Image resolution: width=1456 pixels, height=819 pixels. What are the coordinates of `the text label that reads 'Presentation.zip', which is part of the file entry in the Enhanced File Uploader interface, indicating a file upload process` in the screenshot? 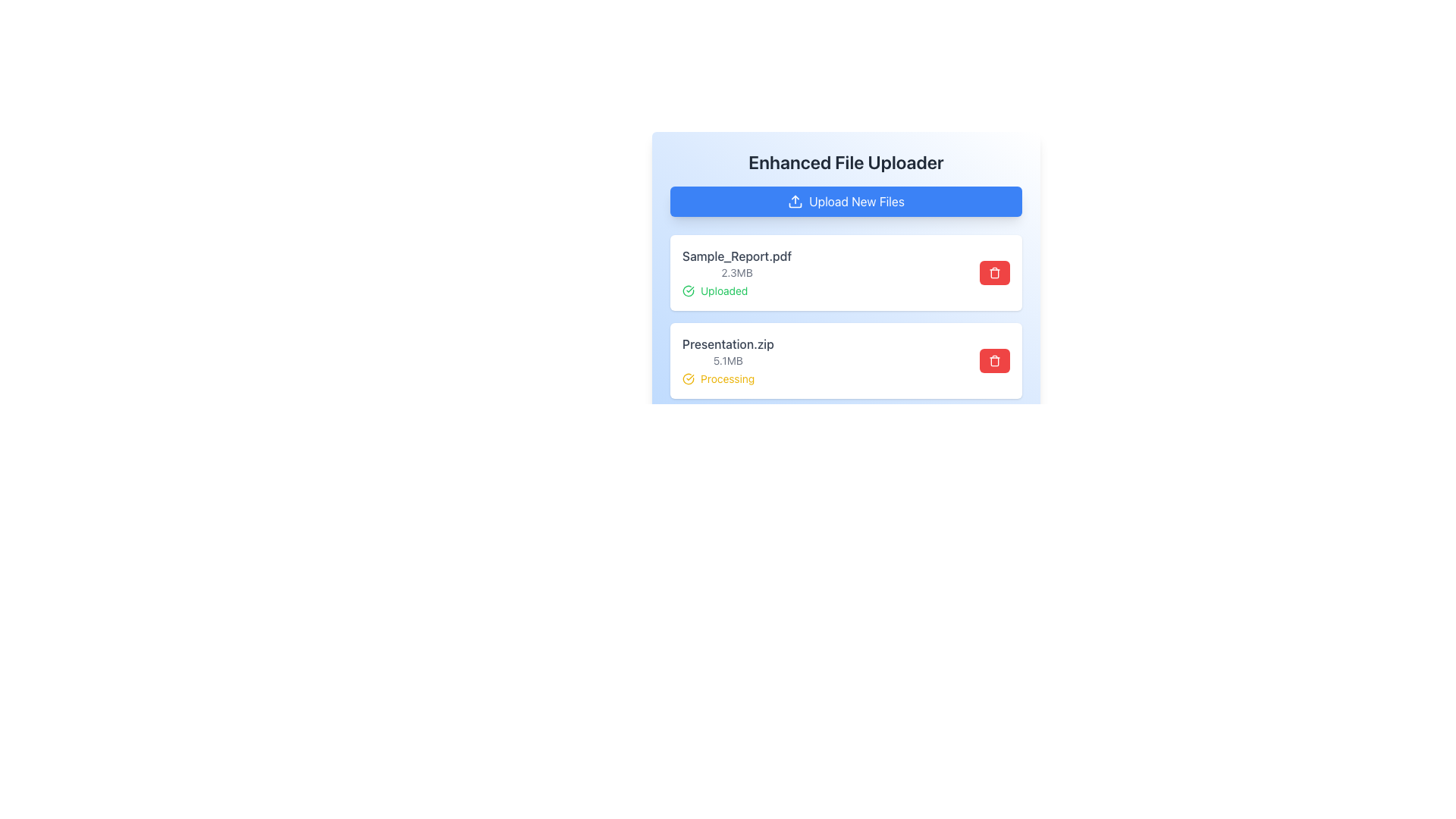 It's located at (728, 344).